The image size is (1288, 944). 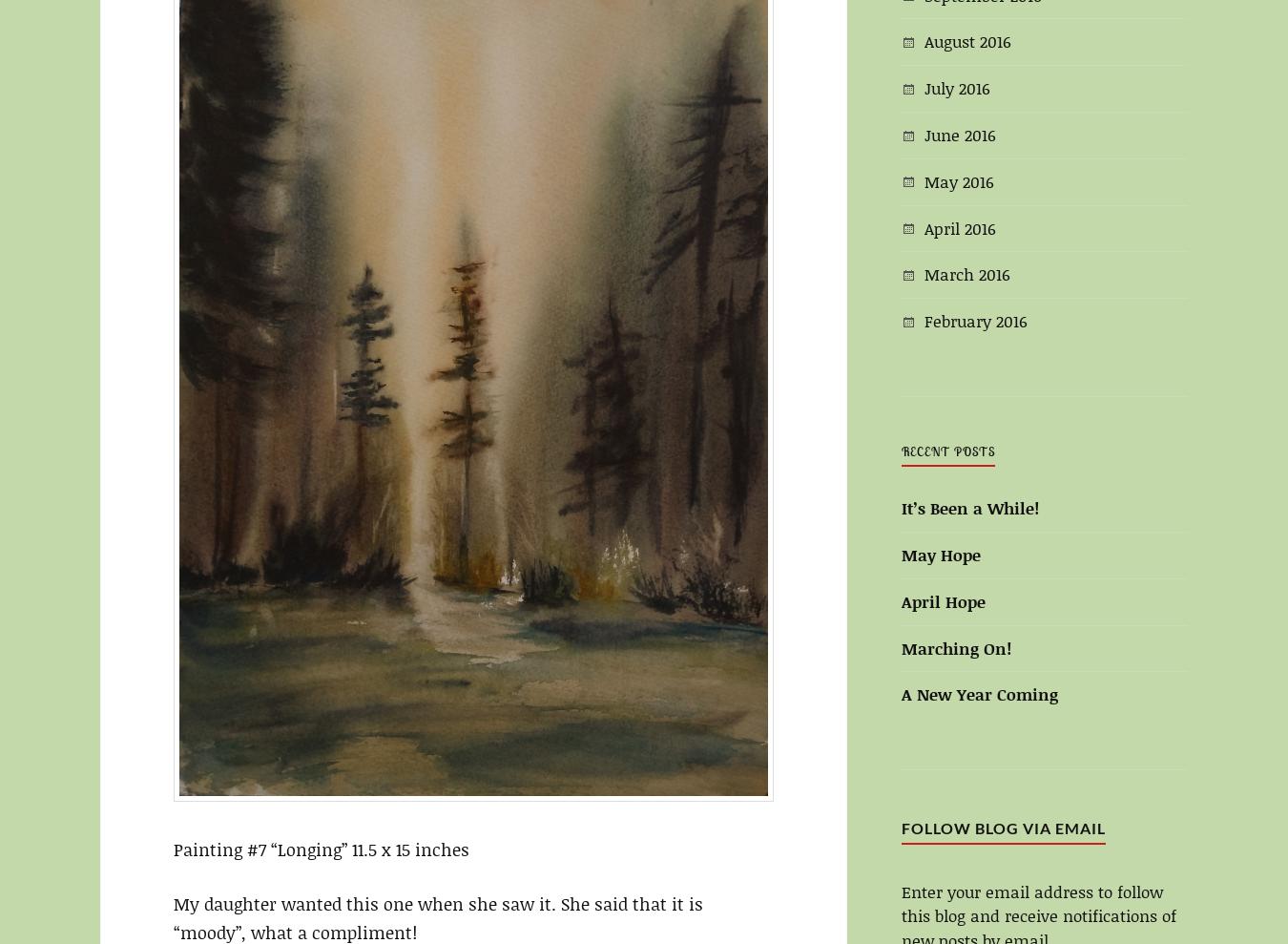 What do you see at coordinates (1004, 827) in the screenshot?
I see `'Follow Blog via Email'` at bounding box center [1004, 827].